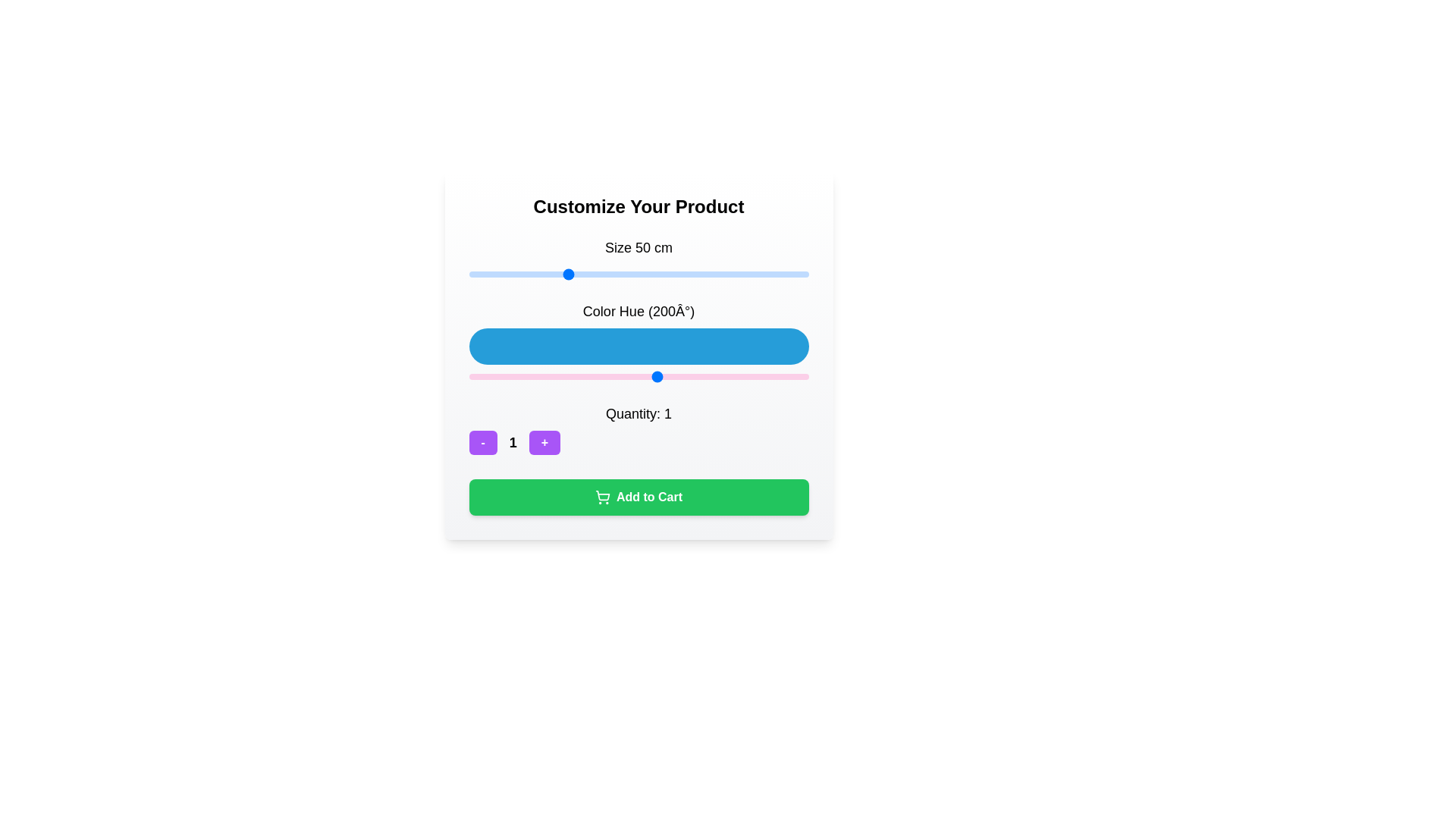 This screenshot has height=819, width=1456. I want to click on the color hue, so click(764, 376).